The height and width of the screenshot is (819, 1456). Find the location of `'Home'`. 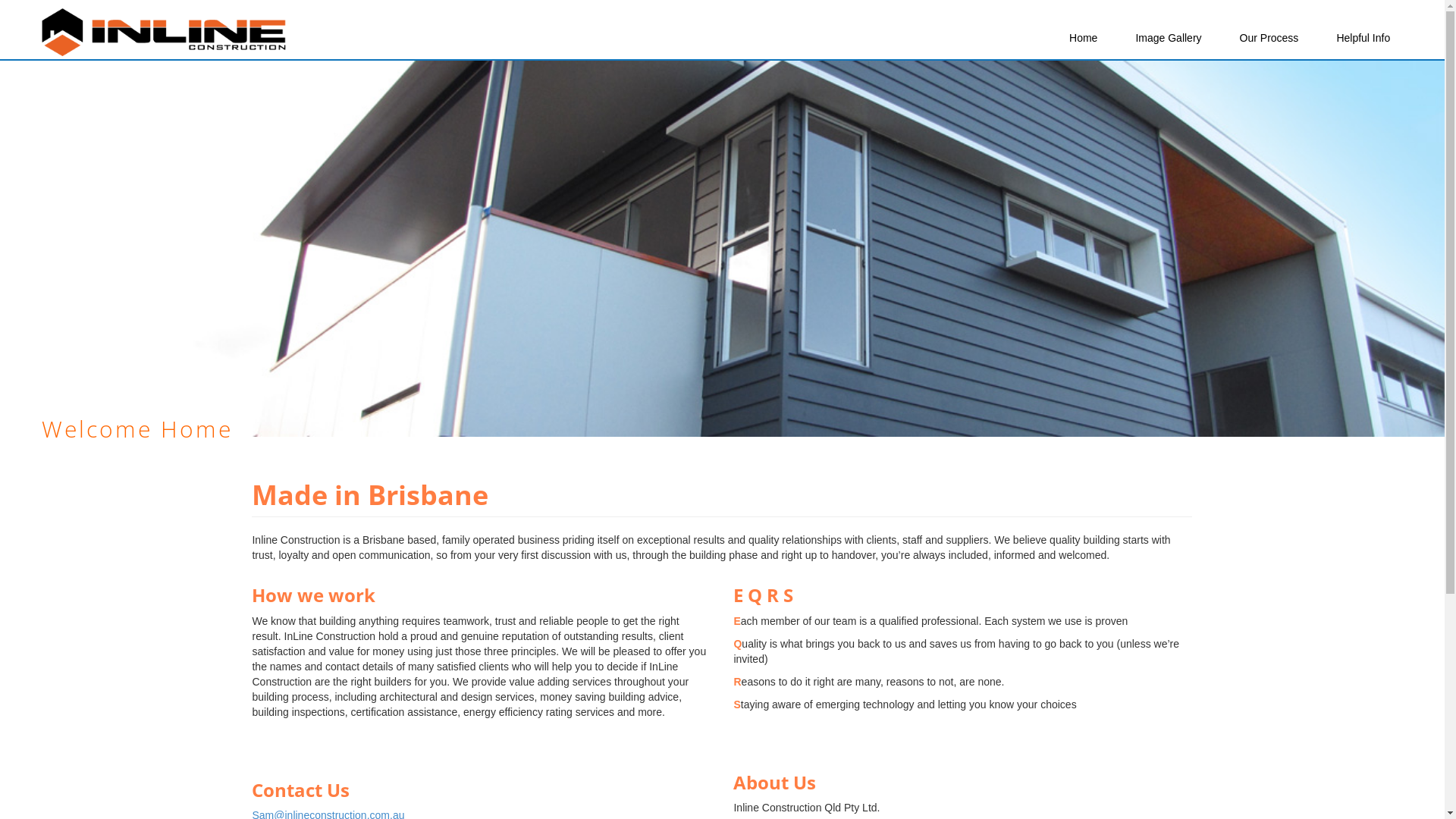

'Home' is located at coordinates (1082, 37).